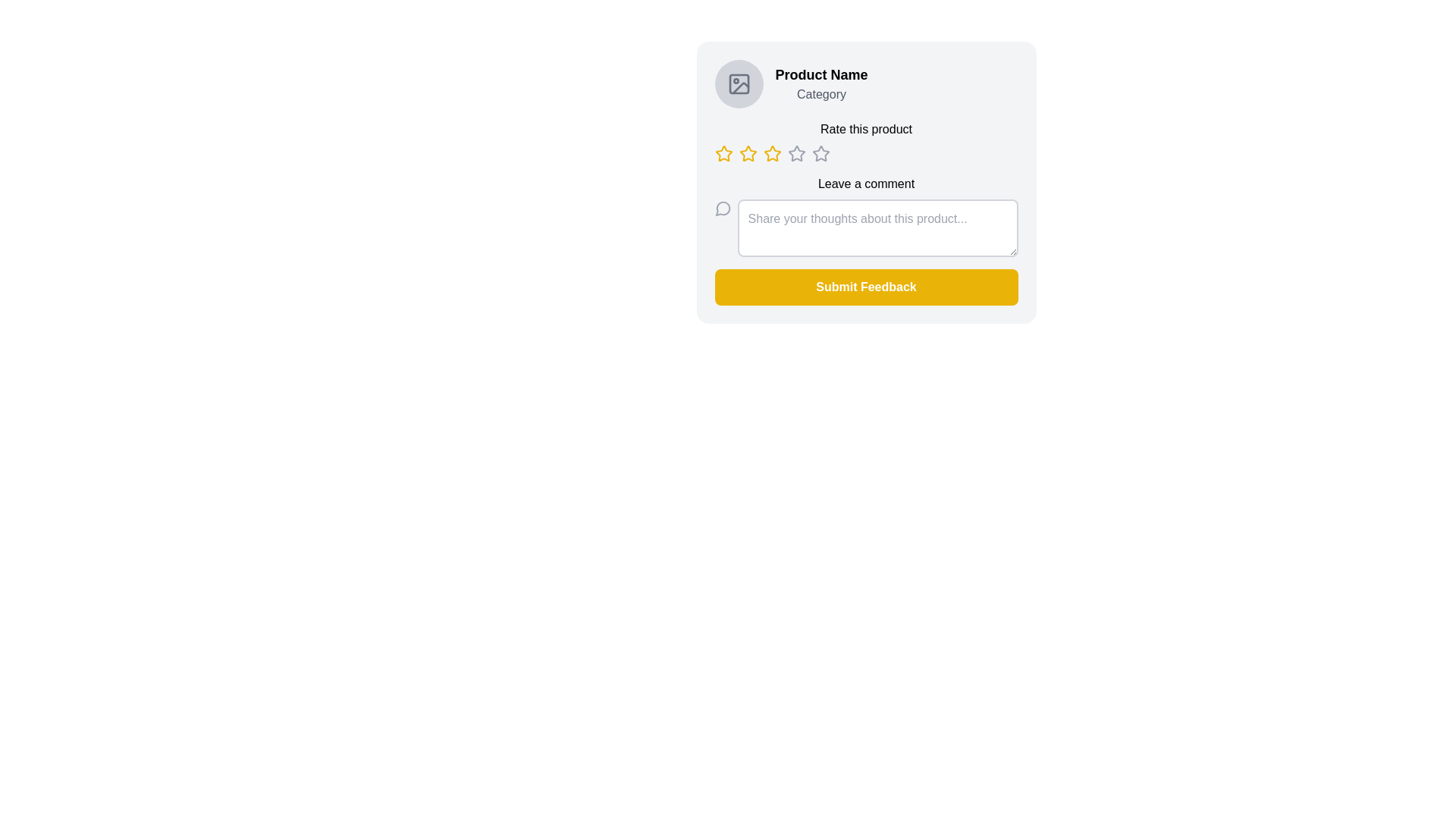 Image resolution: width=1456 pixels, height=819 pixels. I want to click on the image placeholder element located to the left of the 'Product Name' and 'Category' text block, so click(739, 84).